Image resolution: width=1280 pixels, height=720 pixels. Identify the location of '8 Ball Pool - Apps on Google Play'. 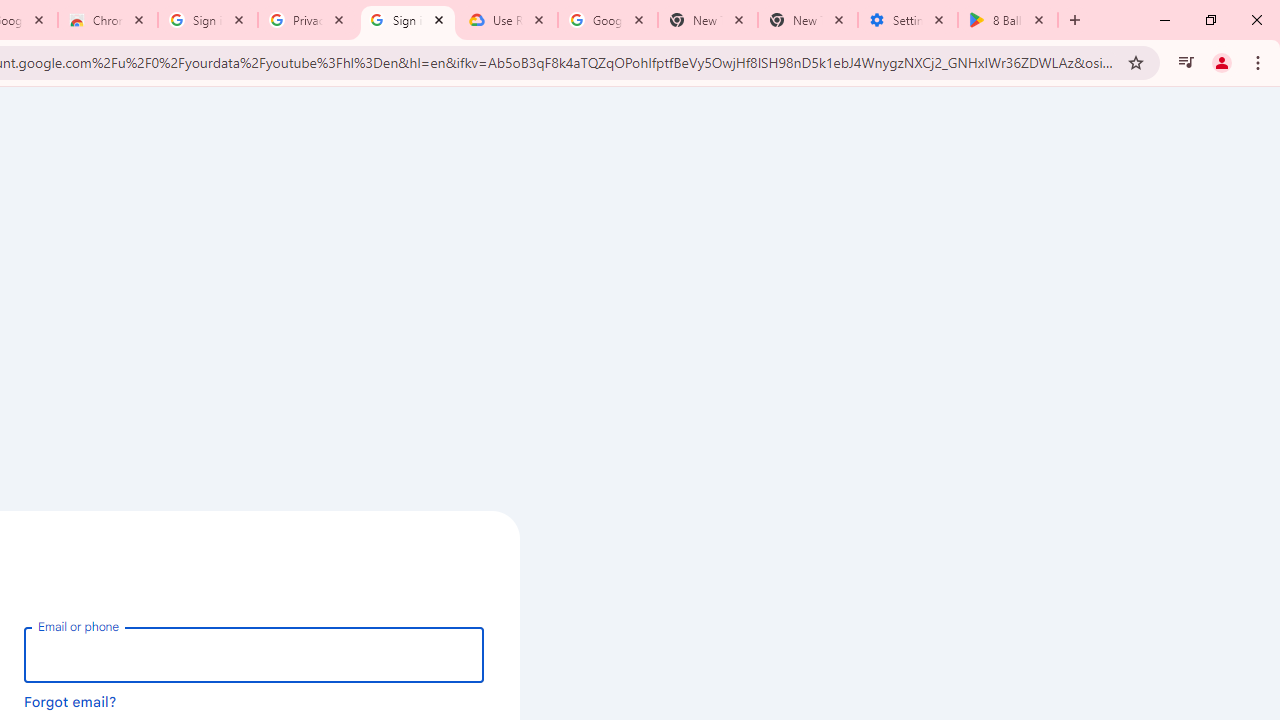
(1008, 20).